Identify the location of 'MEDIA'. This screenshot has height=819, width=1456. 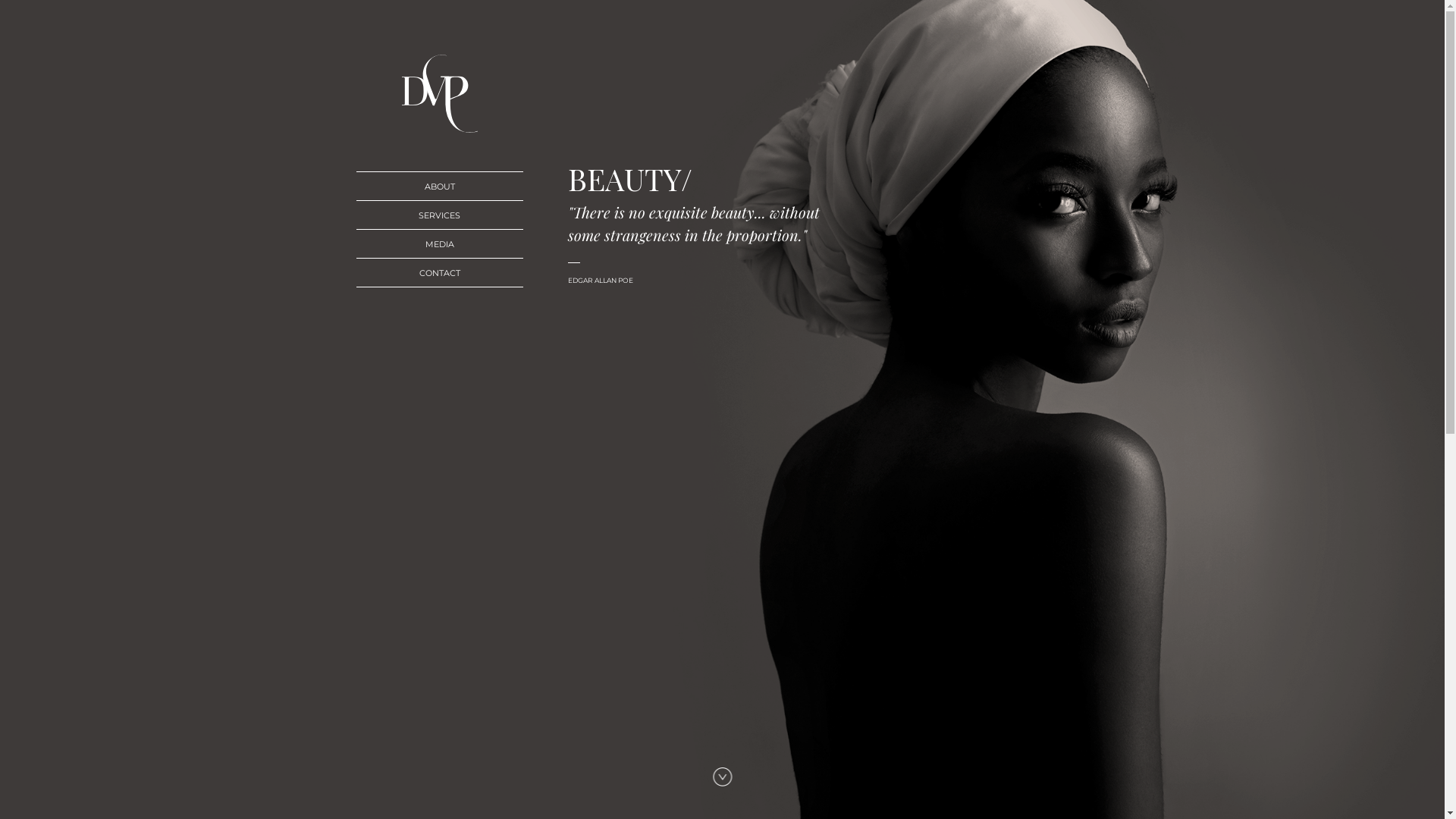
(439, 243).